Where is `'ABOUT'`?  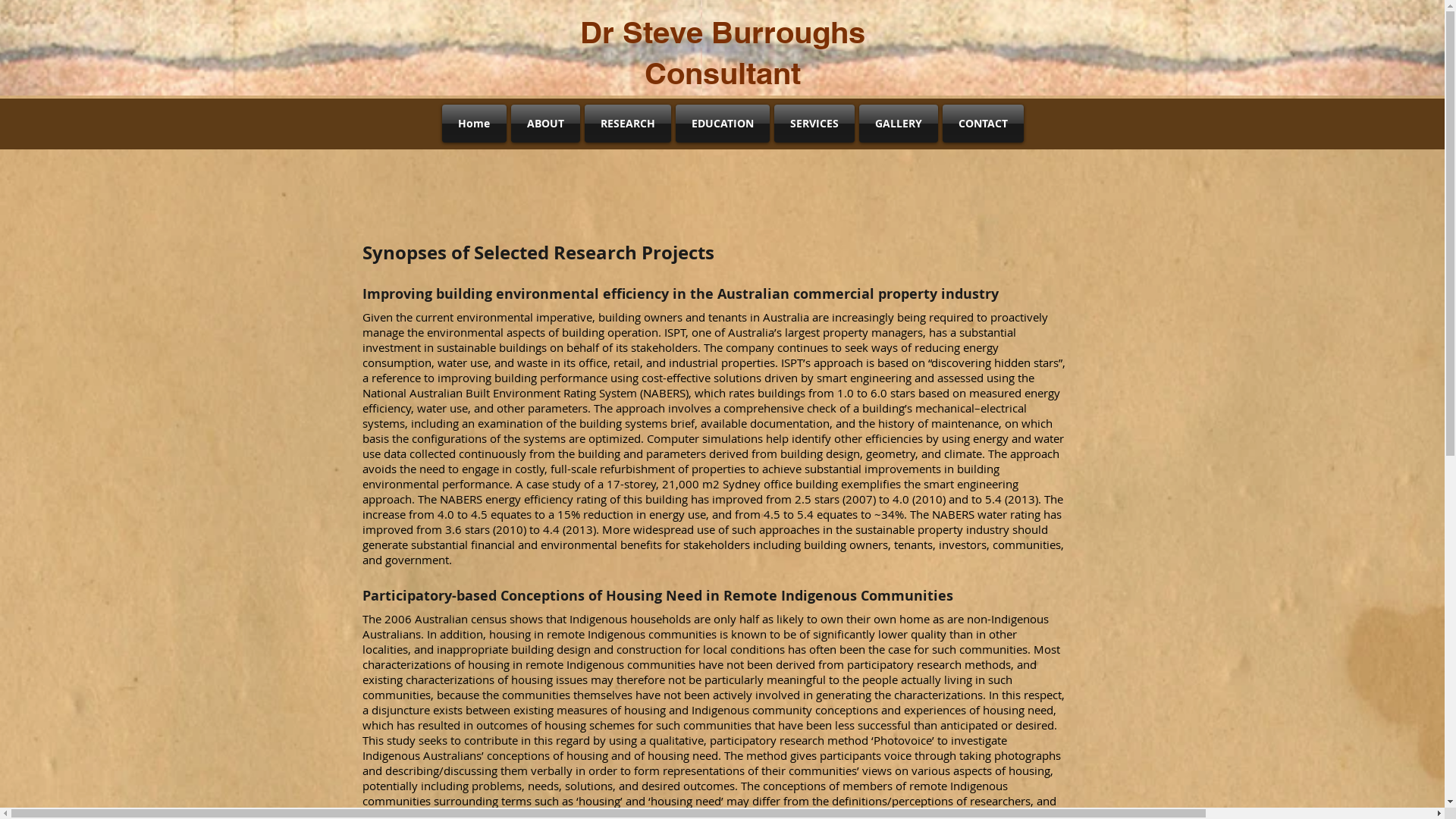 'ABOUT' is located at coordinates (544, 122).